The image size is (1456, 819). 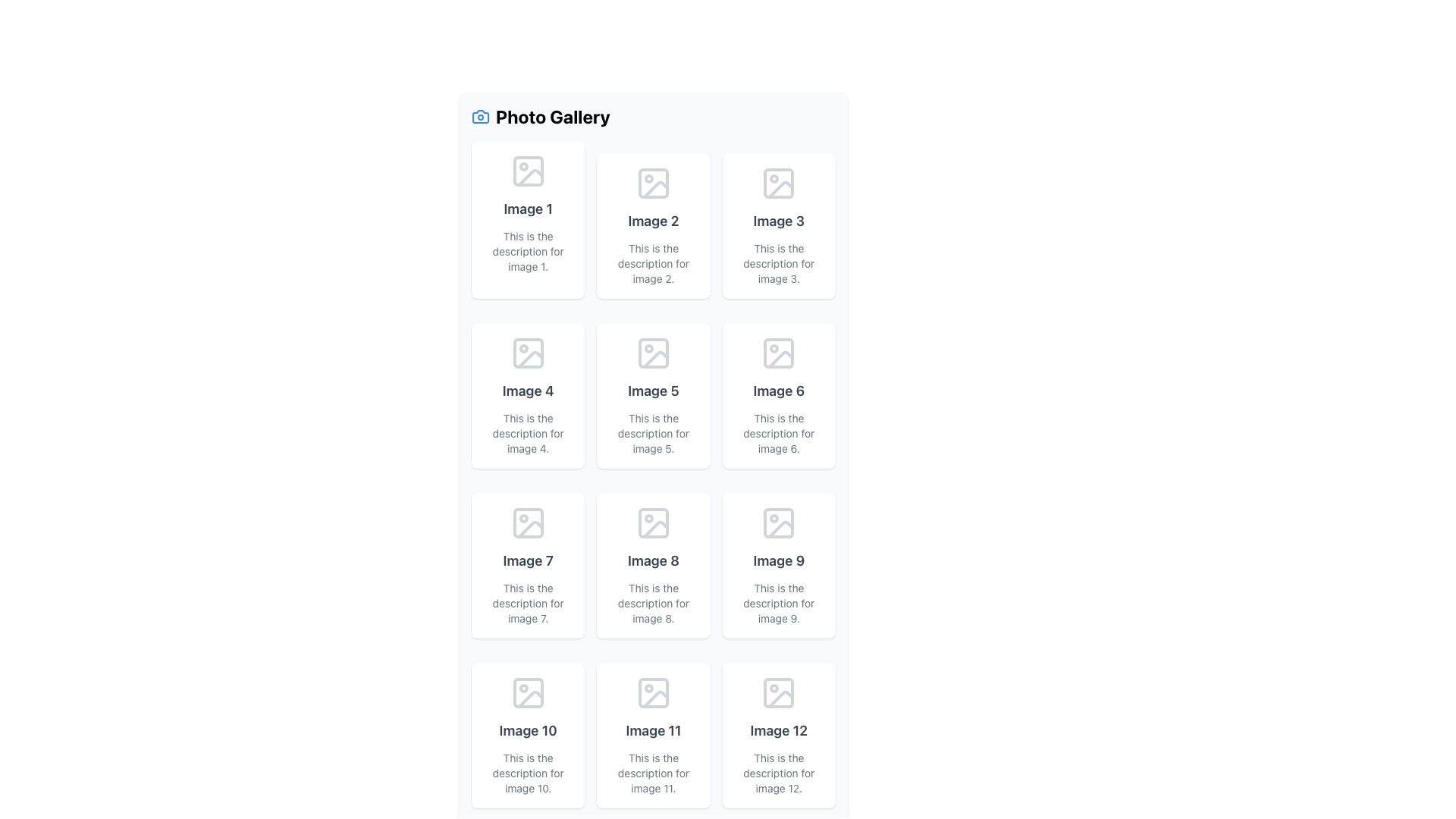 I want to click on the card representing 'Image 7' in the photo gallery, located in the center column of the third row of a 3xN grid layout, so click(x=528, y=565).